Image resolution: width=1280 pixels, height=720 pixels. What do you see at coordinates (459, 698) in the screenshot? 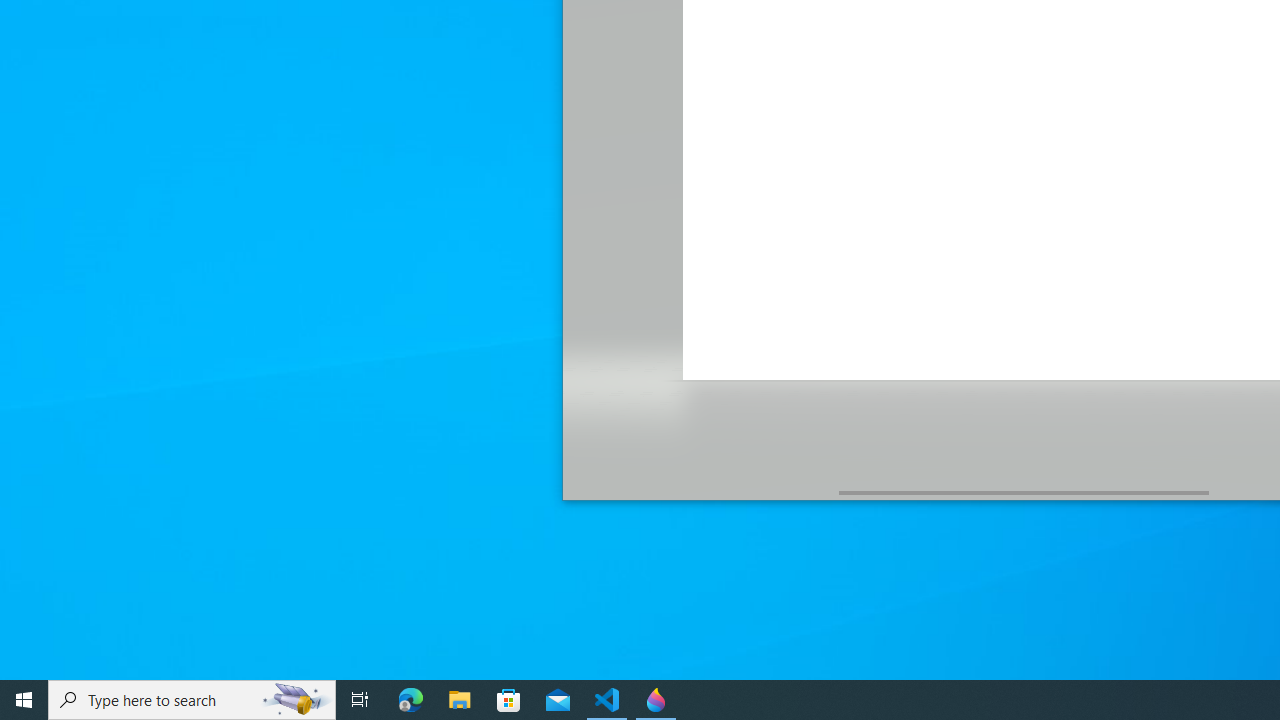
I see `'File Explorer'` at bounding box center [459, 698].